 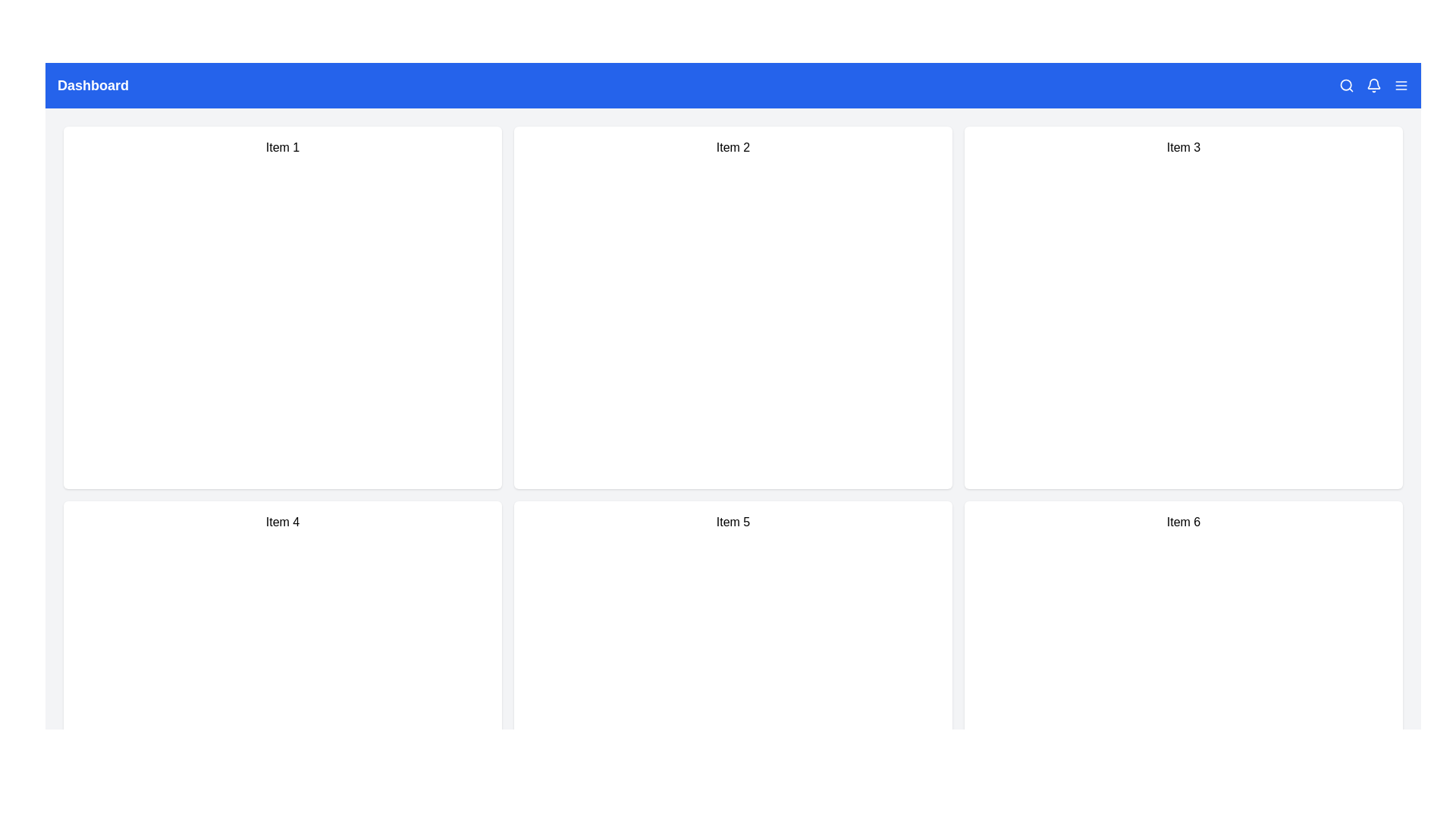 I want to click on the SVG Circle that represents the handle of the search icon located in the top-right corner of the navigation bar, so click(x=1346, y=85).